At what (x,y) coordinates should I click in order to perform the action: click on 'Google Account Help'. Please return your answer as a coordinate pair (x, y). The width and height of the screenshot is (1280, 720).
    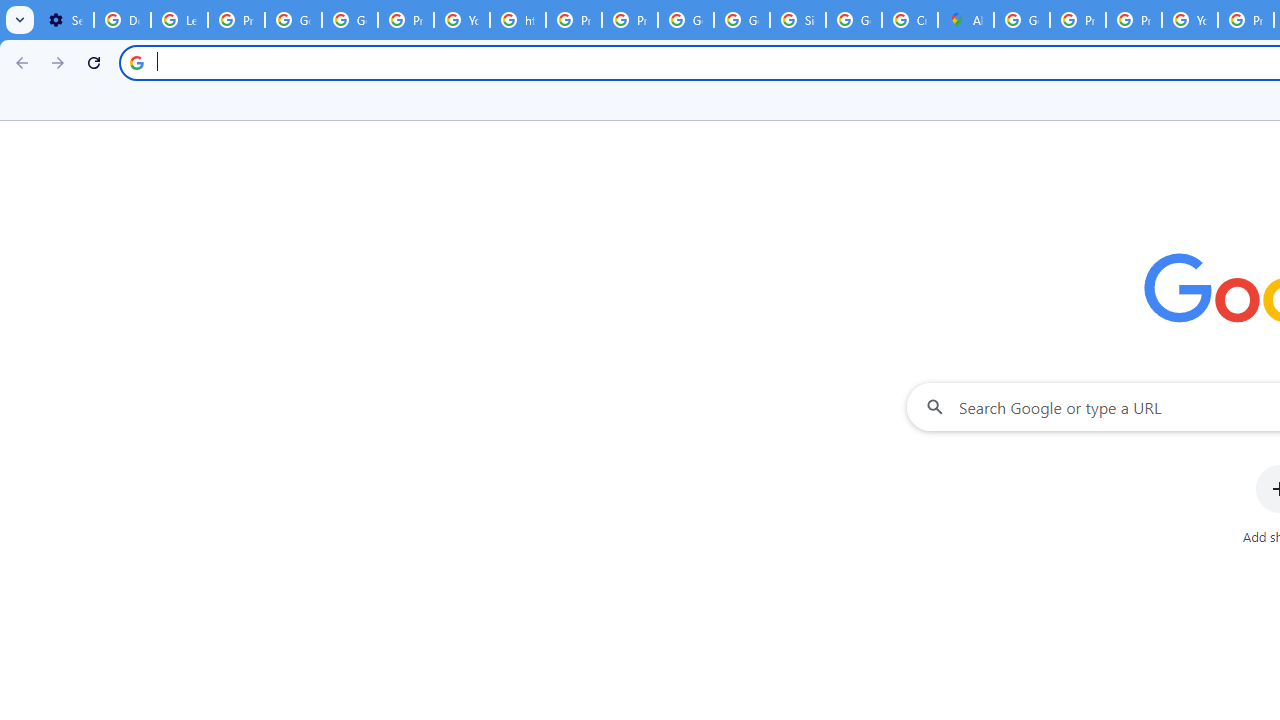
    Looking at the image, I should click on (292, 20).